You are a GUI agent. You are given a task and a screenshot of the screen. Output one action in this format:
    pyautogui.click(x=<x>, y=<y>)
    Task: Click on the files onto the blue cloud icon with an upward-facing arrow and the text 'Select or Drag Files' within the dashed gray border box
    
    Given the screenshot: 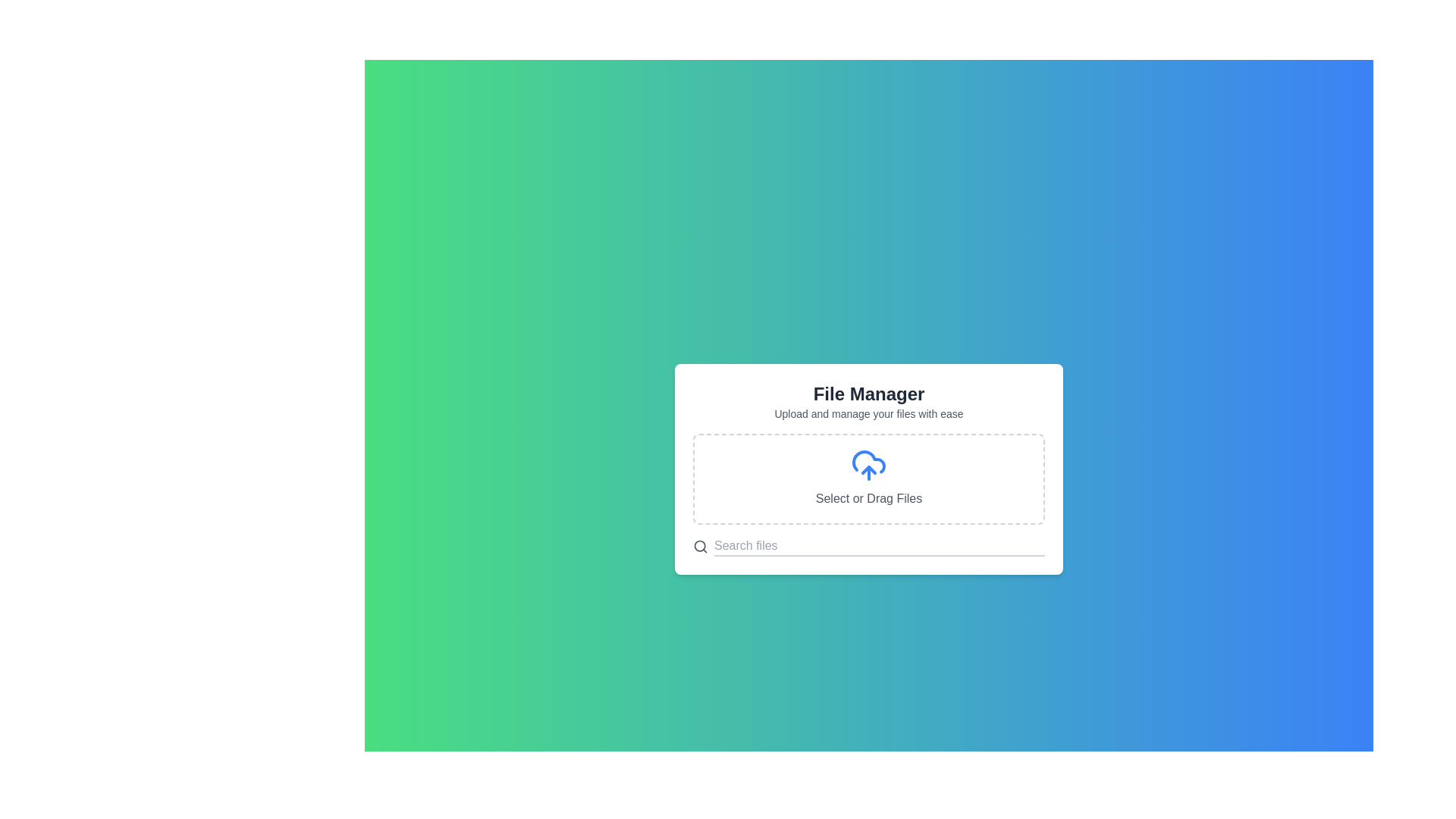 What is the action you would take?
    pyautogui.click(x=869, y=476)
    